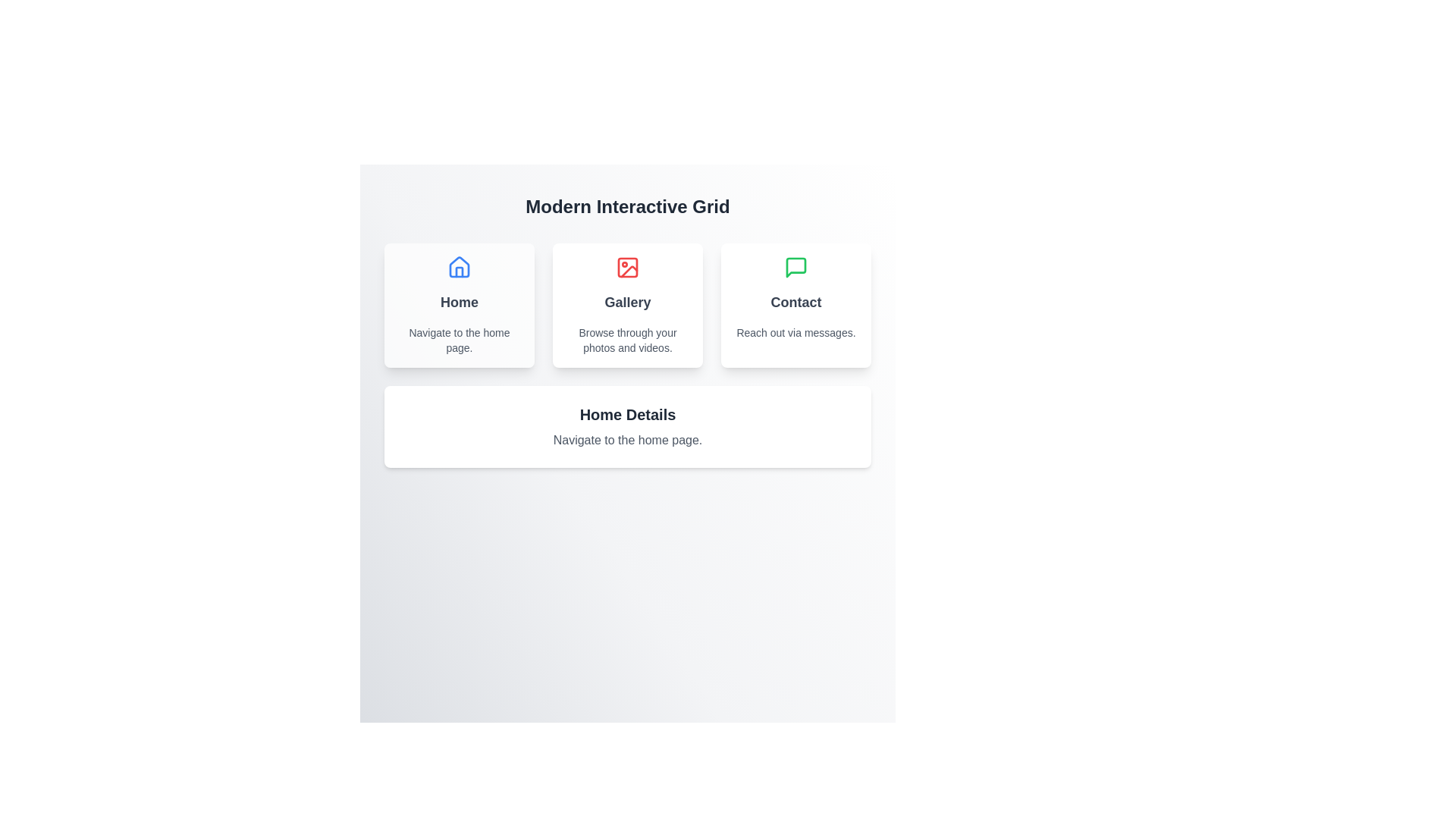 The height and width of the screenshot is (819, 1456). Describe the element at coordinates (795, 302) in the screenshot. I see `the 'Contact' label element, which is a bold dark gray text component located centrally in the third card of the grid layout, positioned below a message square icon and above the text 'Reach out via messages'` at that location.